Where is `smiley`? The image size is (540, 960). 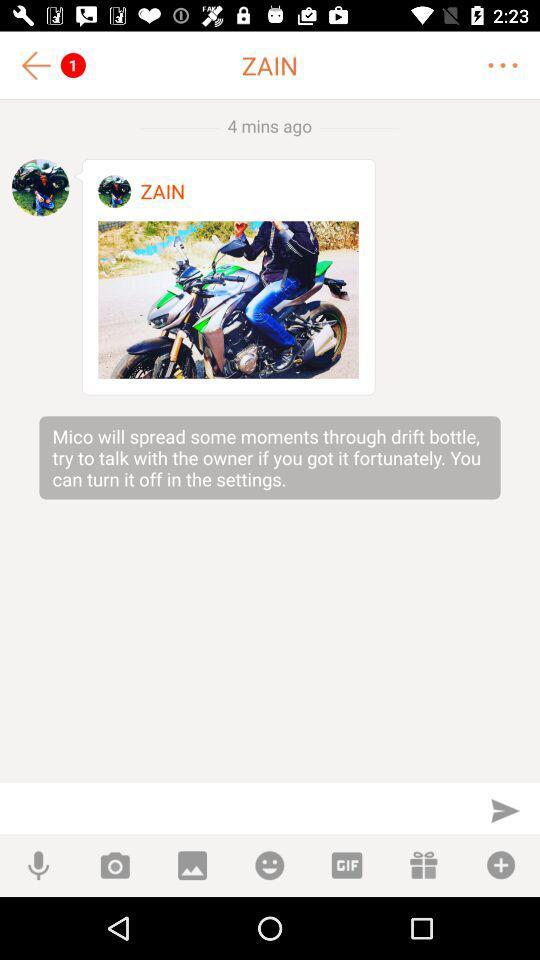 smiley is located at coordinates (269, 864).